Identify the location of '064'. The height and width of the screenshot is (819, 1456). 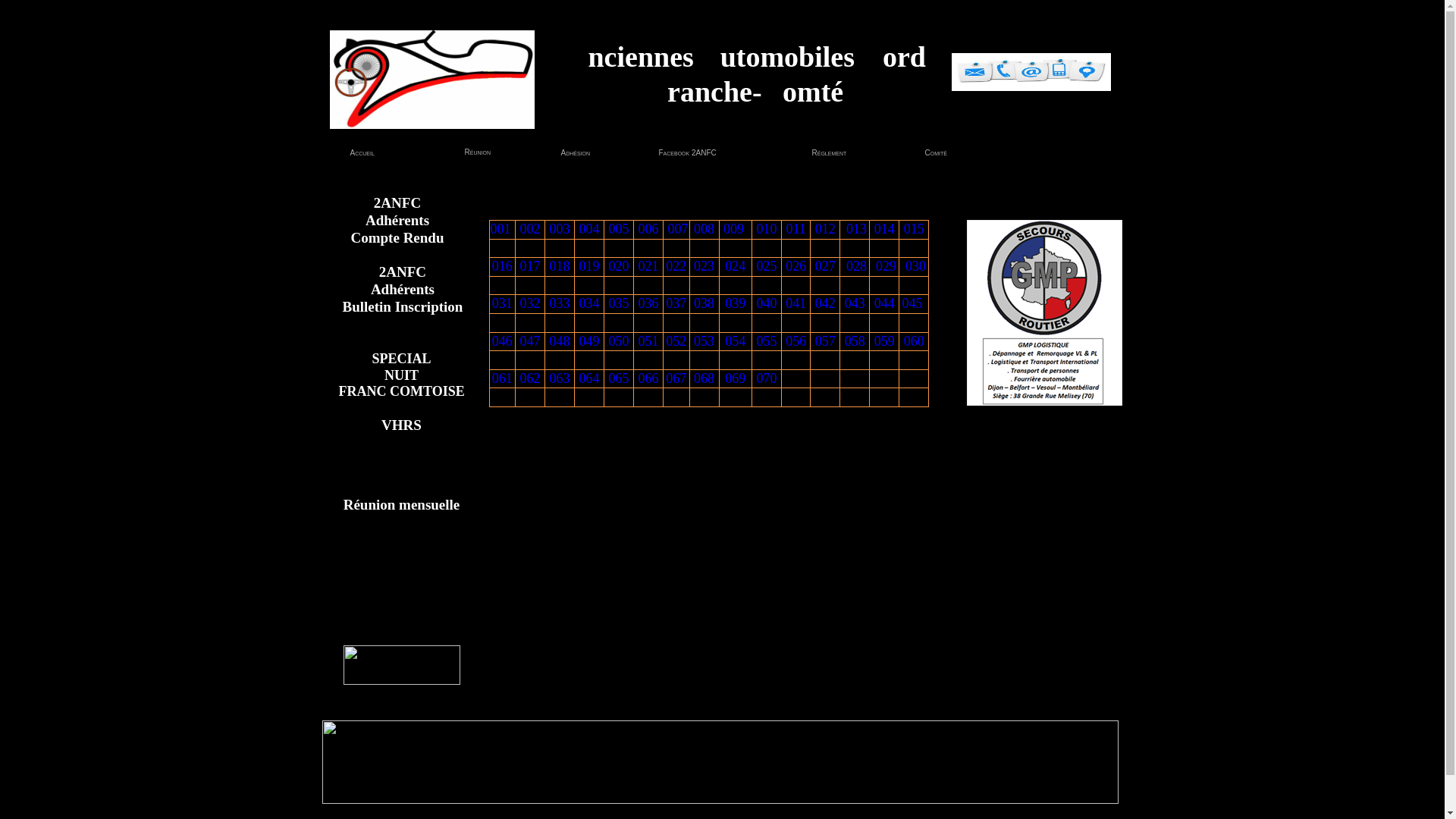
(588, 377).